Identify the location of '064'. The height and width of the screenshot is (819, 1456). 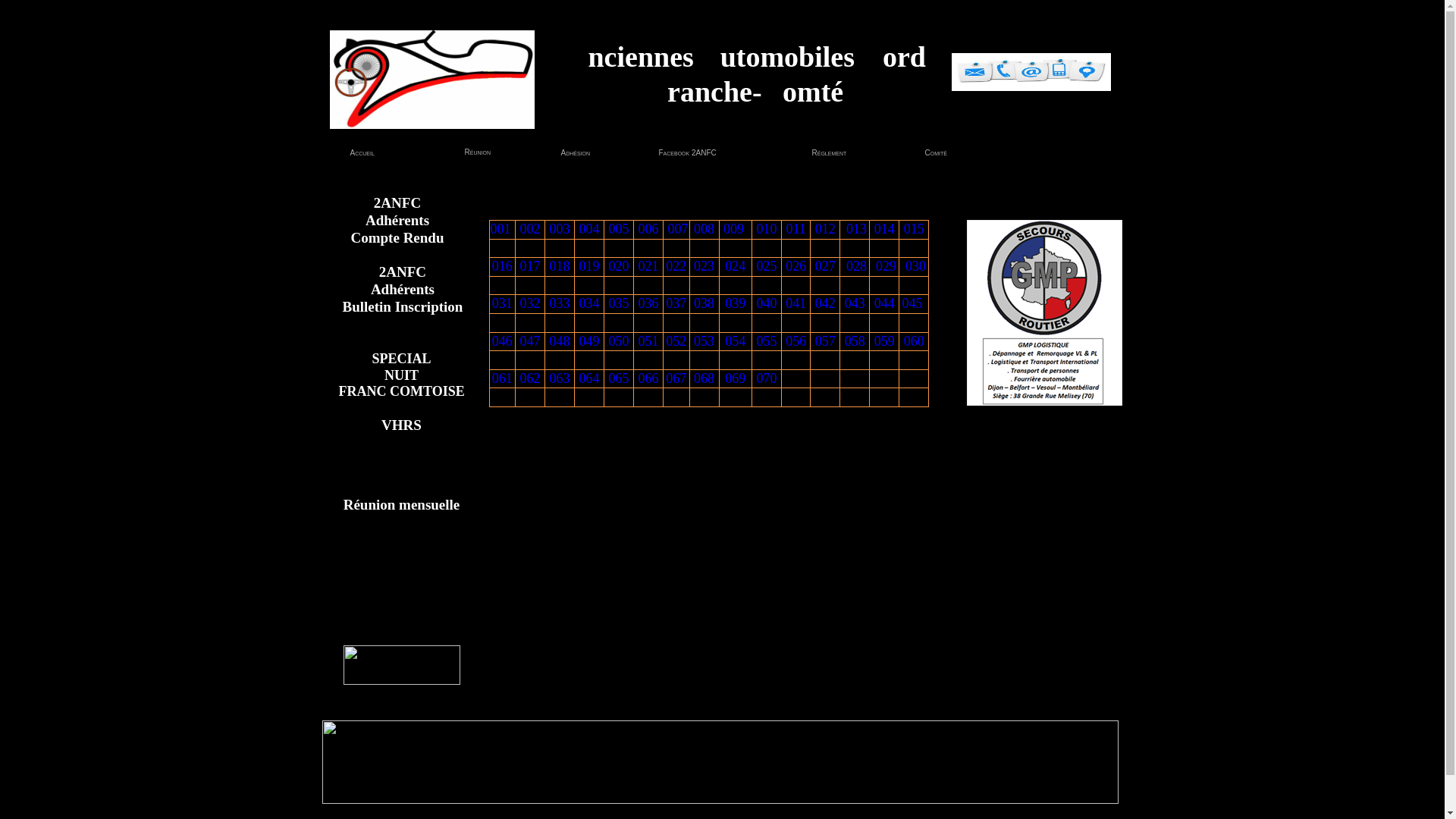
(588, 377).